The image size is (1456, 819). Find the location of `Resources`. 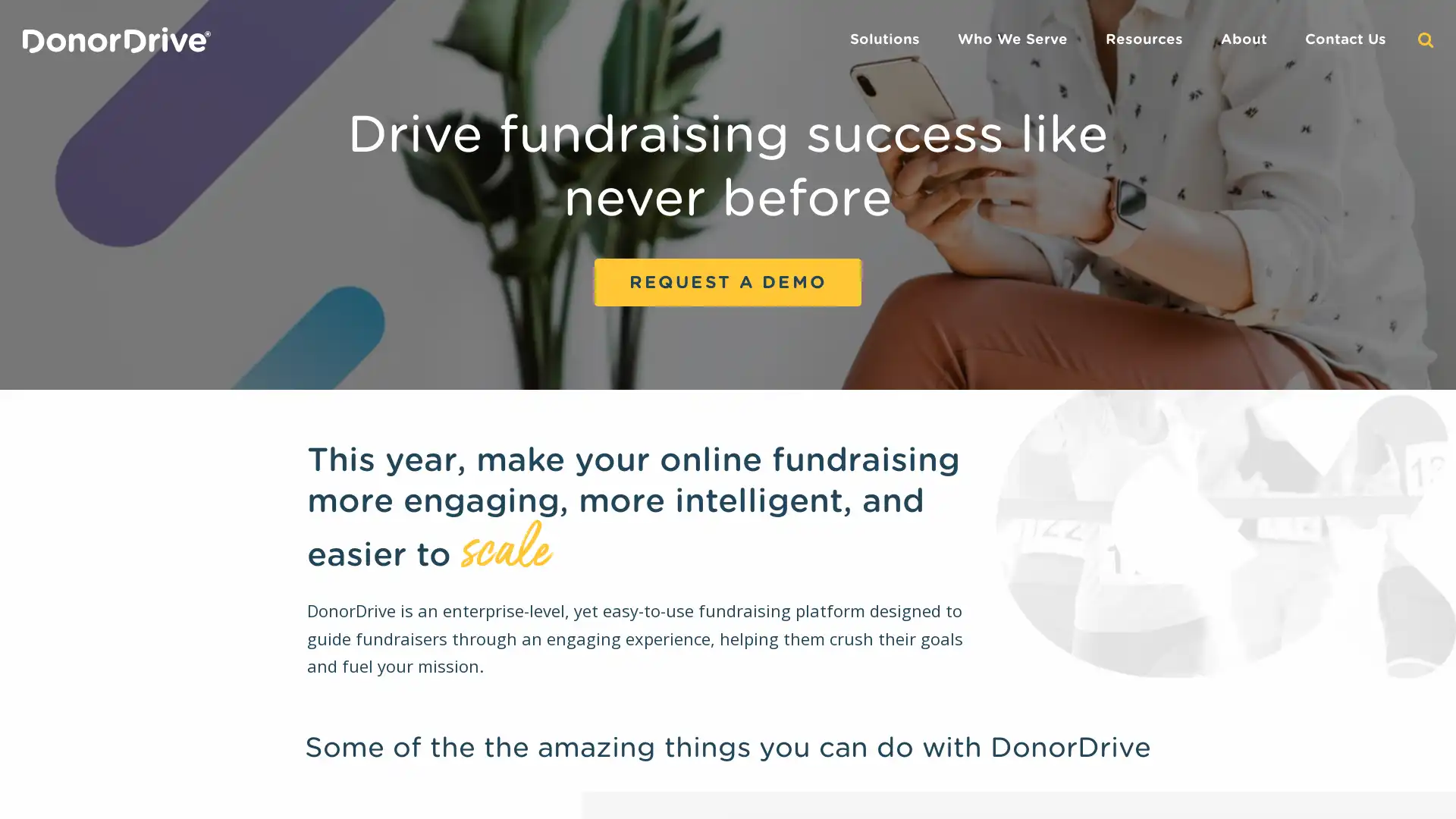

Resources is located at coordinates (1144, 38).